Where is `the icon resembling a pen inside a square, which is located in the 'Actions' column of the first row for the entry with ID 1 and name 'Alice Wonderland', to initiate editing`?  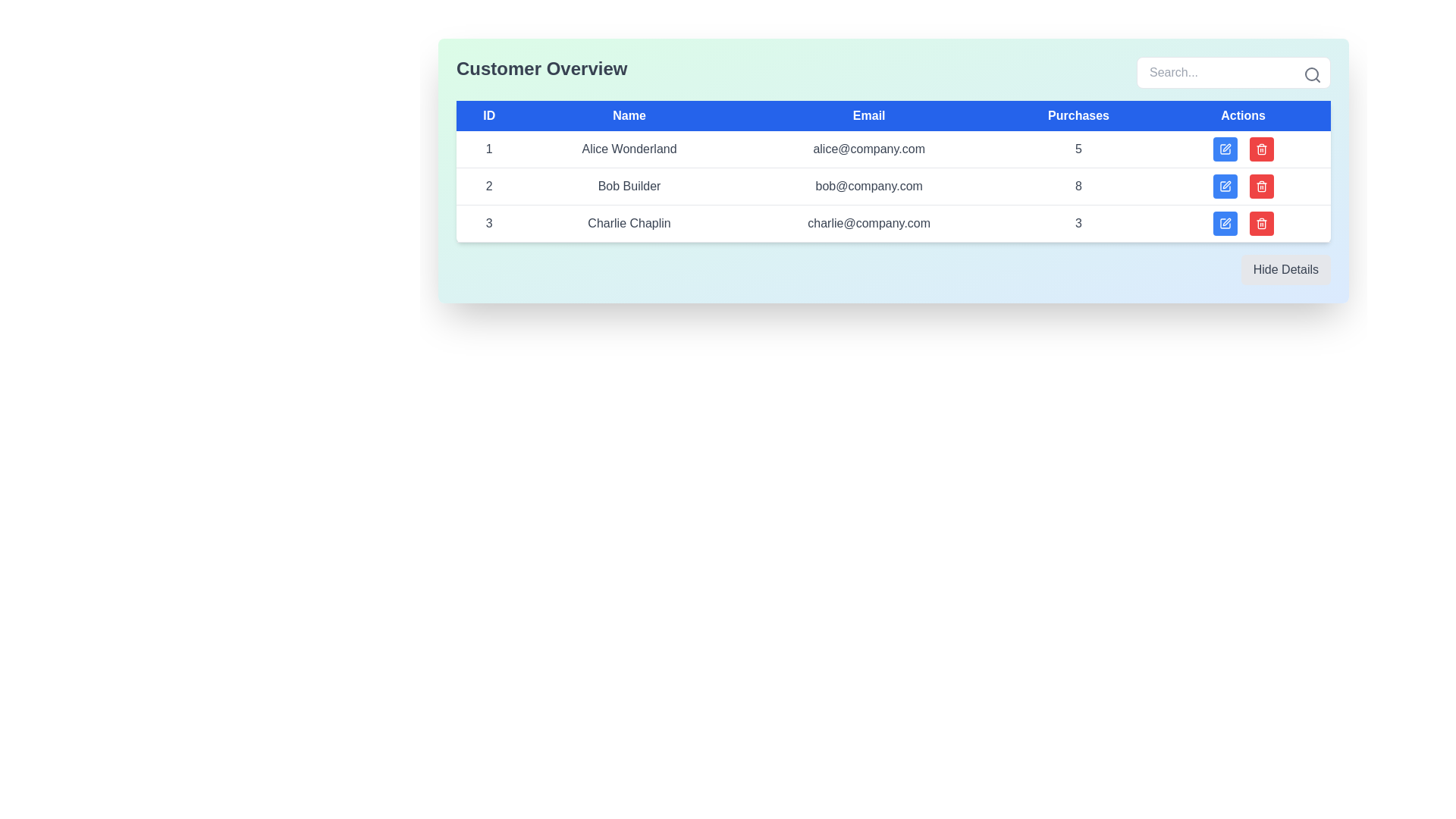
the icon resembling a pen inside a square, which is located in the 'Actions' column of the first row for the entry with ID 1 and name 'Alice Wonderland', to initiate editing is located at coordinates (1225, 149).